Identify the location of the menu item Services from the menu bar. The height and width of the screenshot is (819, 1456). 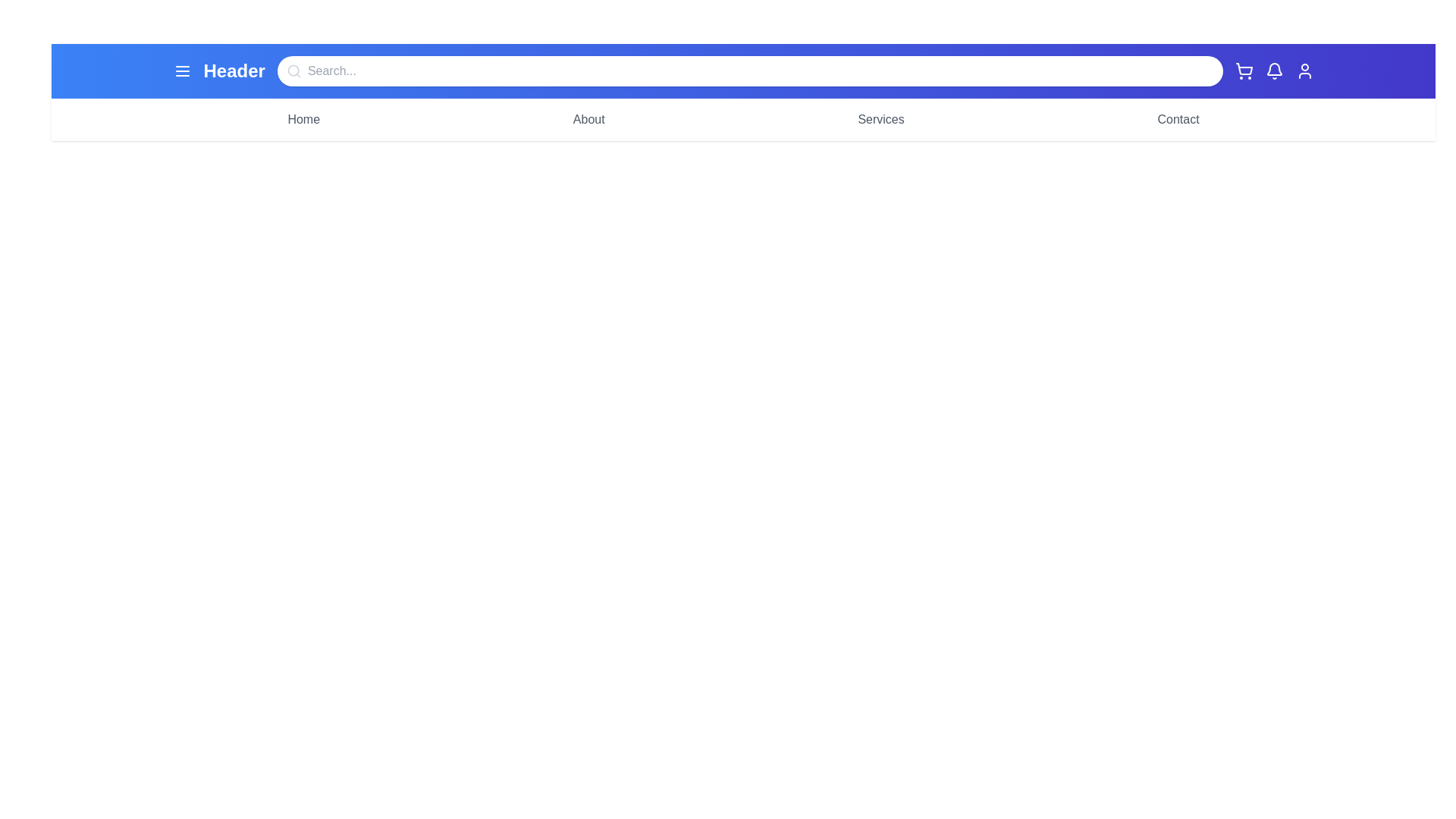
(880, 119).